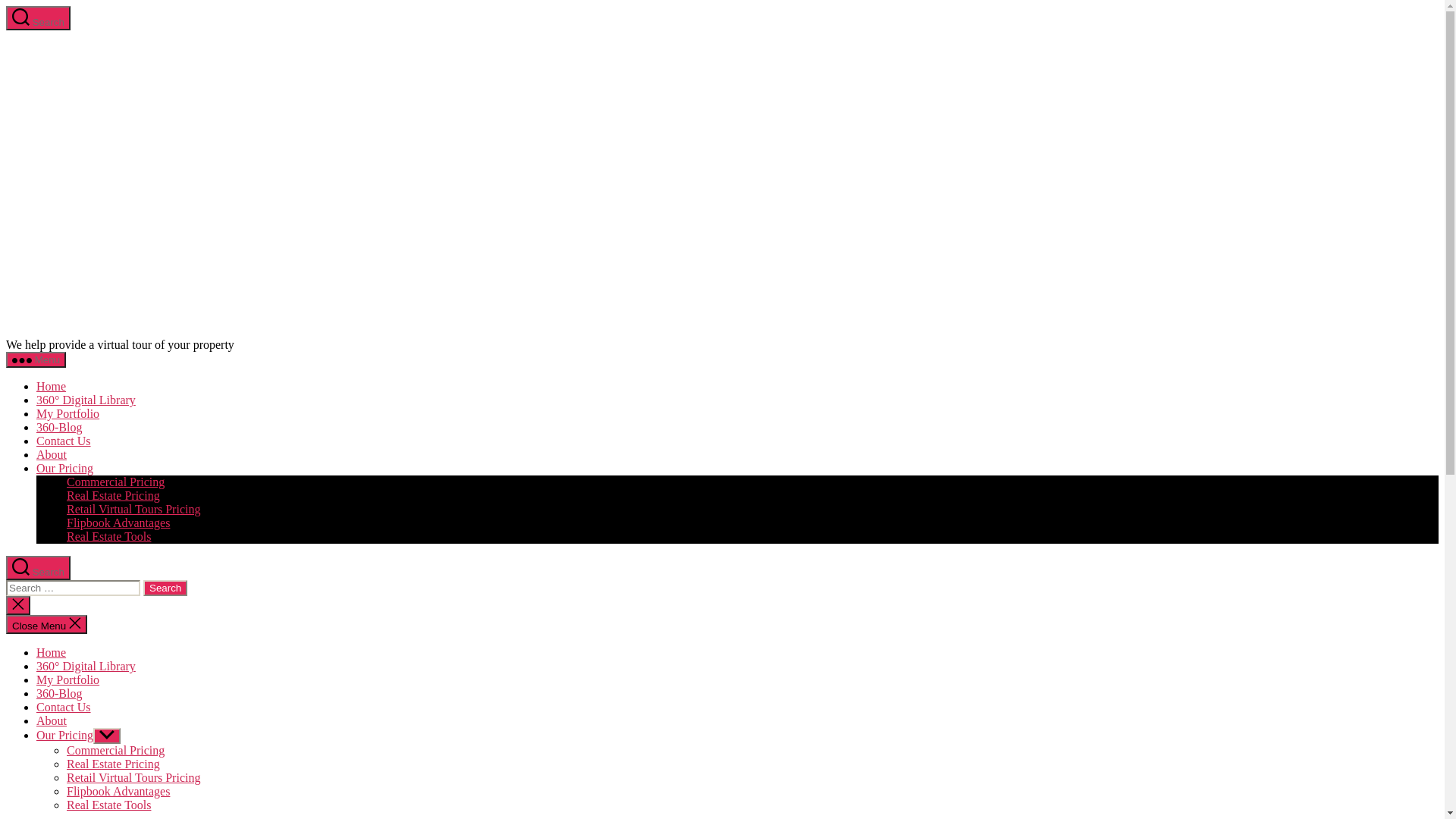 This screenshot has height=819, width=1456. I want to click on 'Real Estate Tools', so click(108, 804).